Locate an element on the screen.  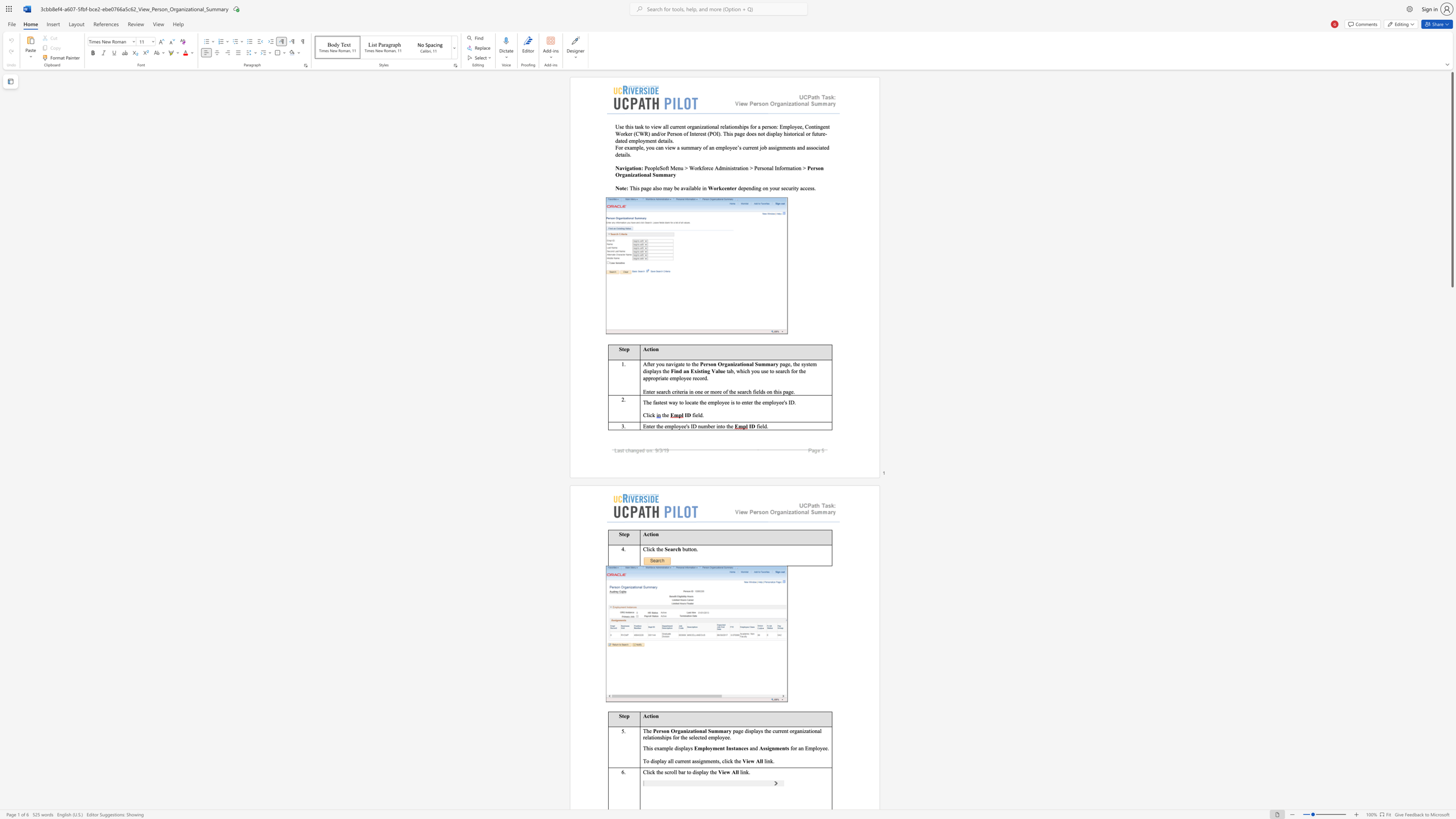
the 1th character "h" in the text is located at coordinates (694, 363).